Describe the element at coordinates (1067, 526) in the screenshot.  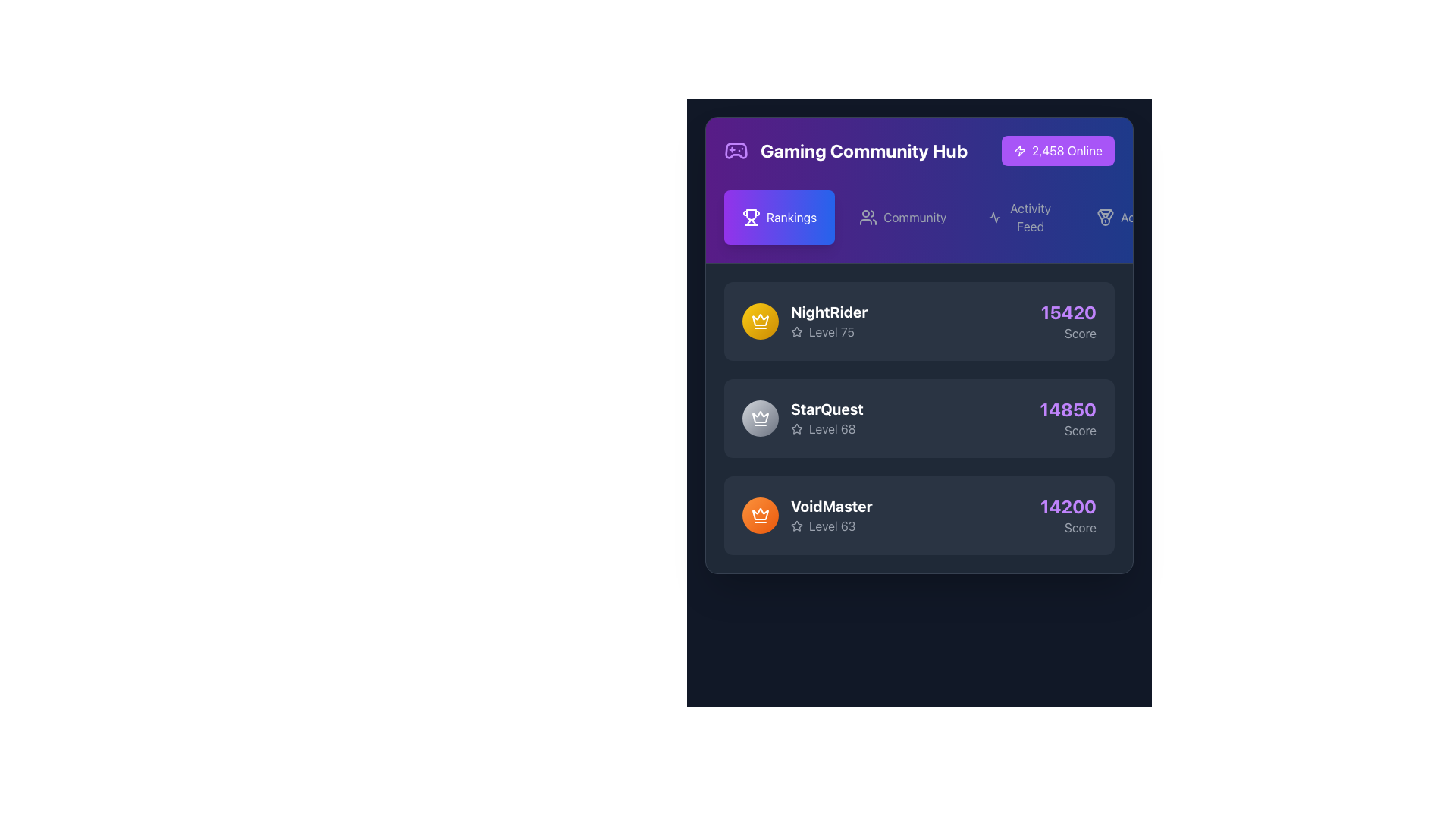
I see `the text label displaying 'Score' in gray color, located at the bottom right corner of the 'VoidMaster' card, next to the score number '14200'` at that location.